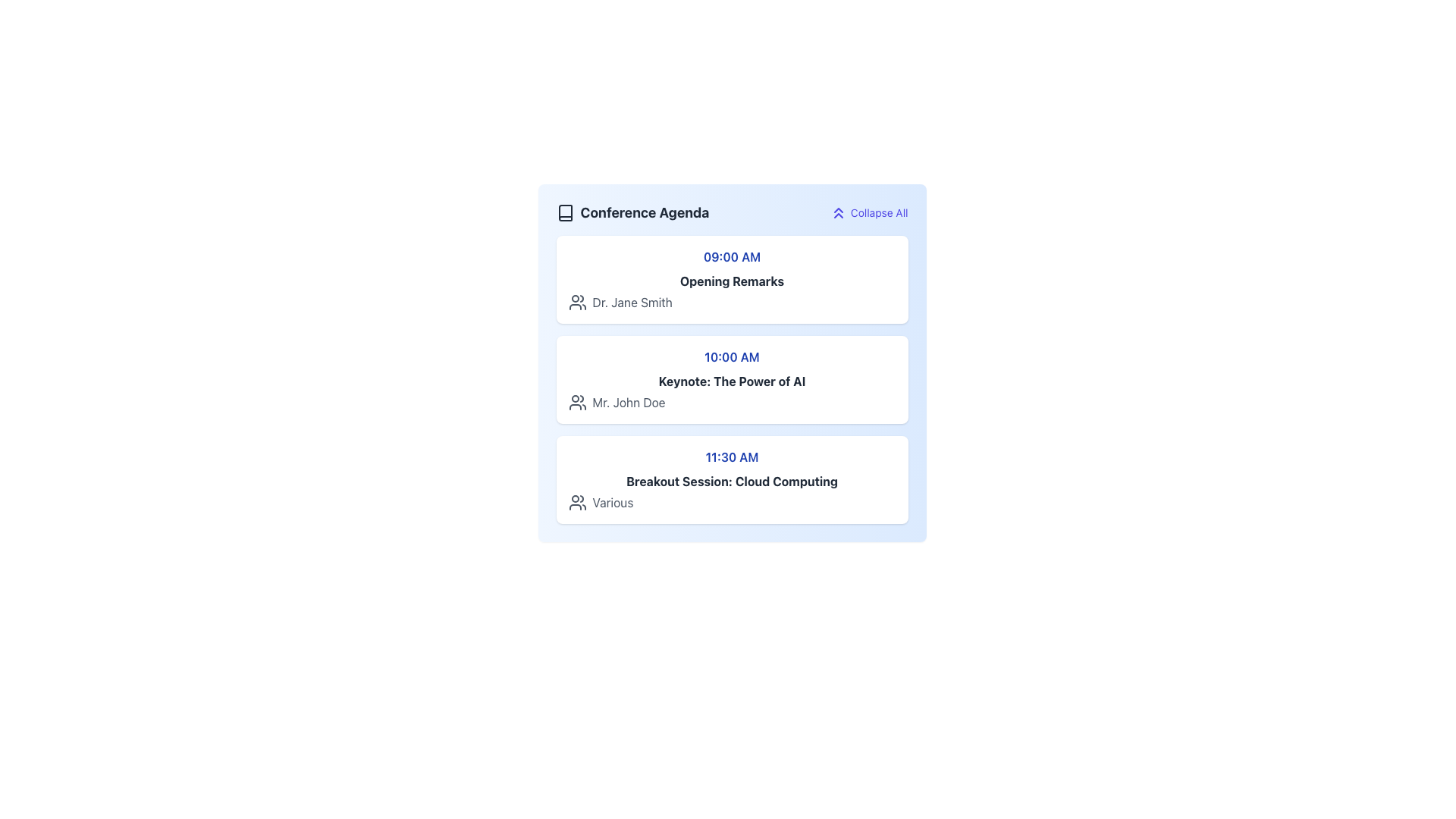 This screenshot has height=819, width=1456. I want to click on the second card in the agenda panel, which features a blue time label '10:00 AM', a bold title 'Keynote: The Power of AI', and a gray subtitle with a user icon 'Mr. John Doe', to interact or view details, so click(732, 379).